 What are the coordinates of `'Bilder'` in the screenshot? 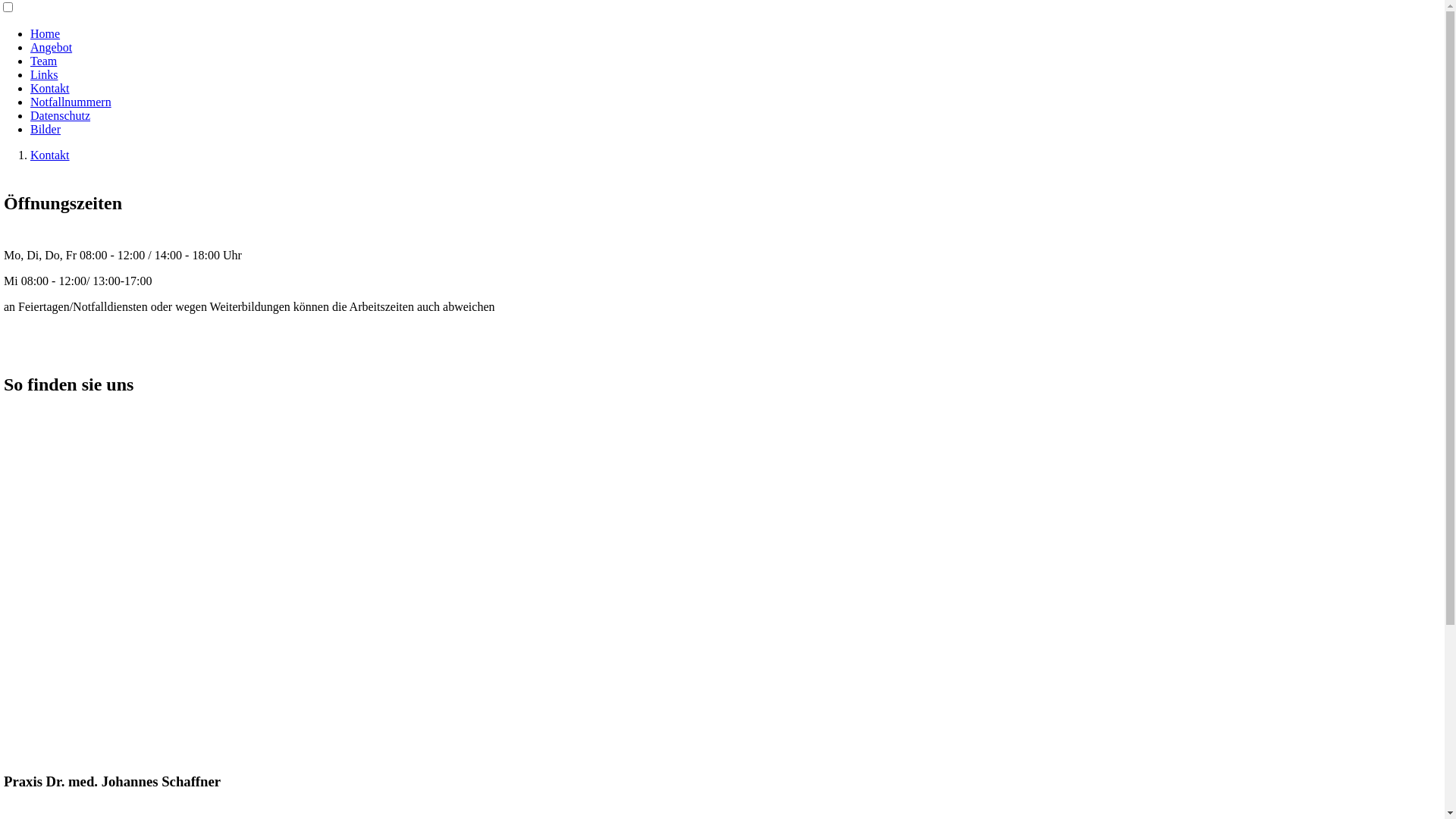 It's located at (45, 128).